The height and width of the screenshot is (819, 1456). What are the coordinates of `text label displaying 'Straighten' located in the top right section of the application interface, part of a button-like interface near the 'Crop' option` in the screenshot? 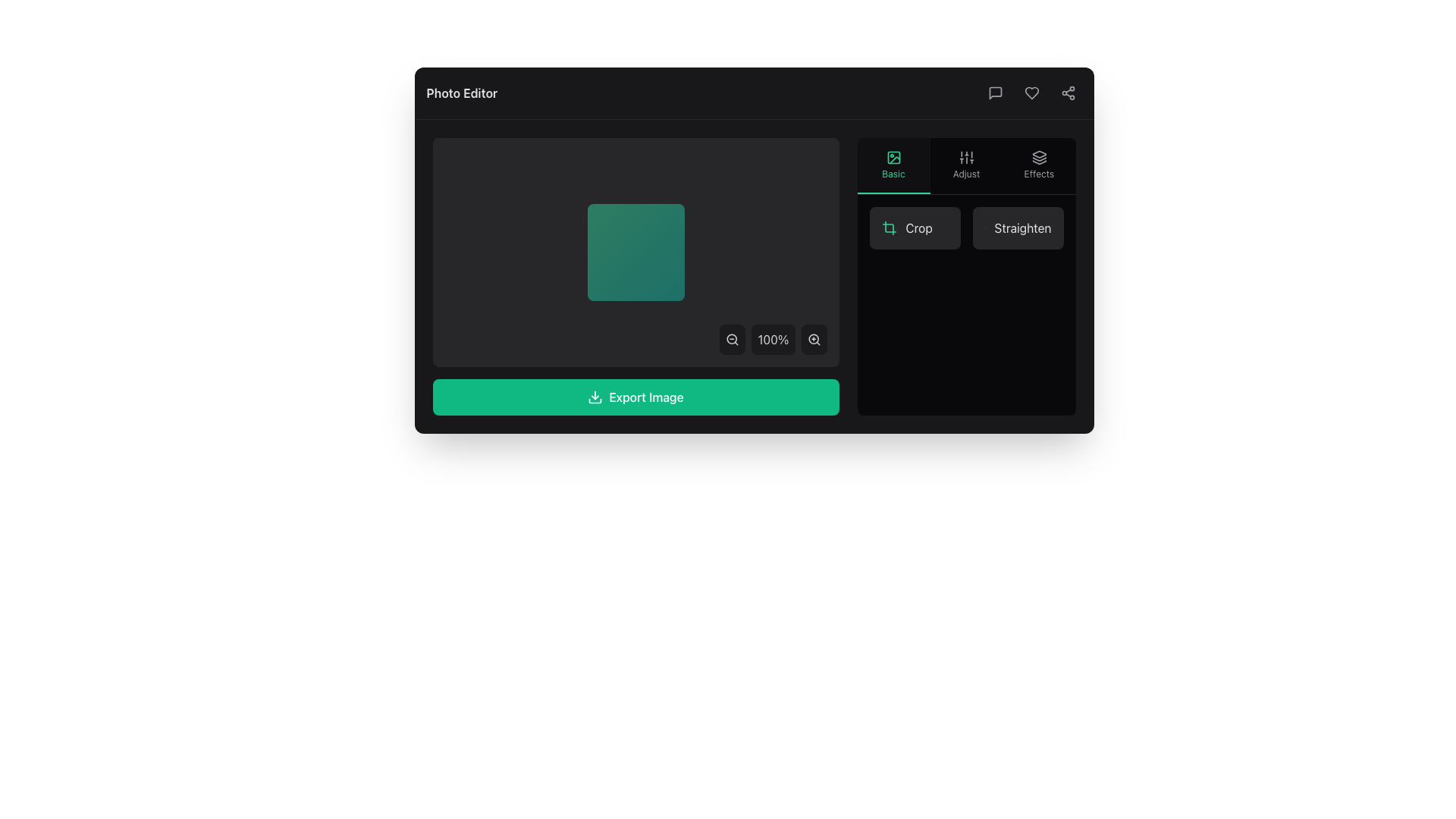 It's located at (1022, 227).